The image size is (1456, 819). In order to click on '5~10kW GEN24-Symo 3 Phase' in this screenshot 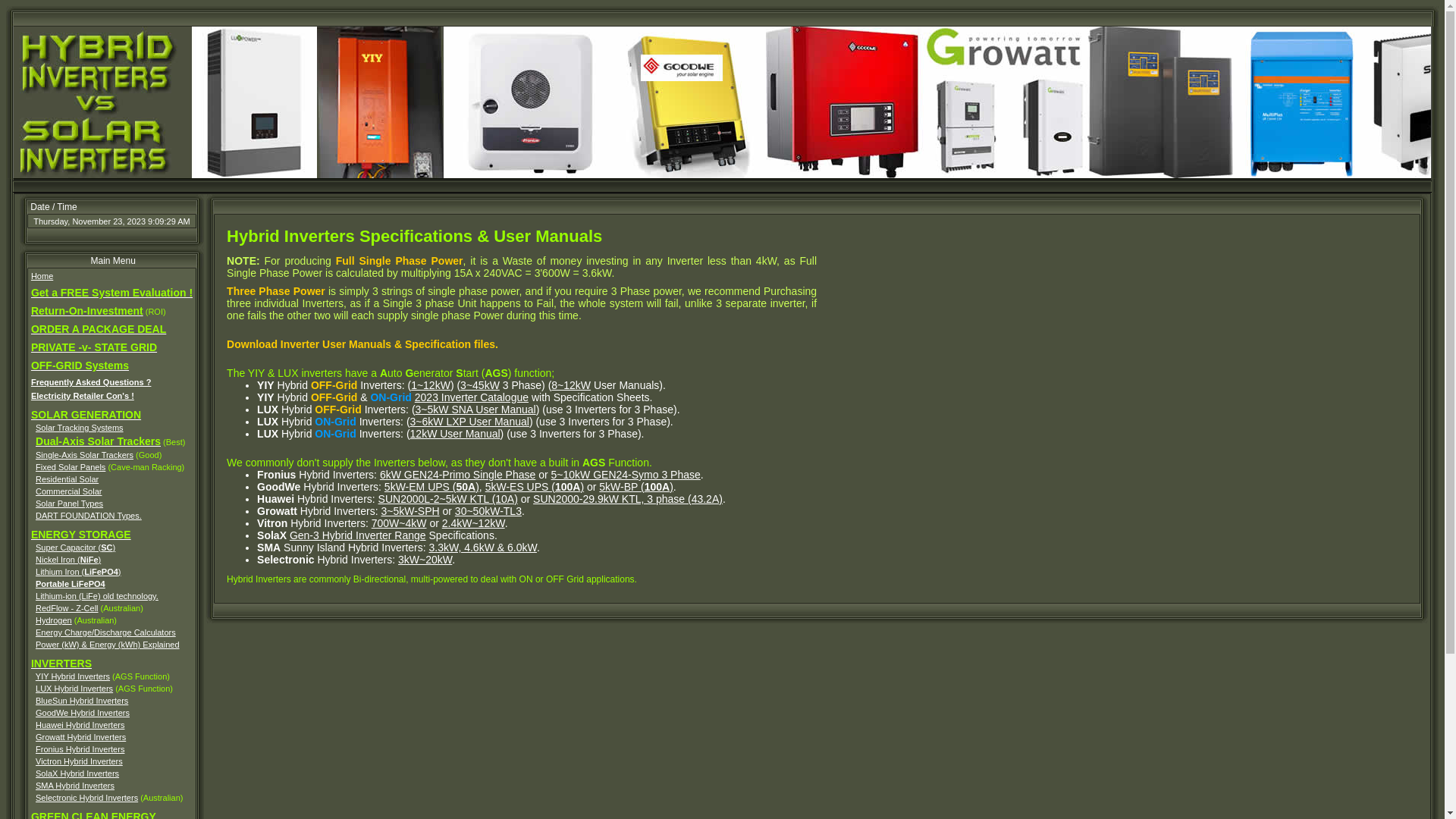, I will do `click(626, 473)`.